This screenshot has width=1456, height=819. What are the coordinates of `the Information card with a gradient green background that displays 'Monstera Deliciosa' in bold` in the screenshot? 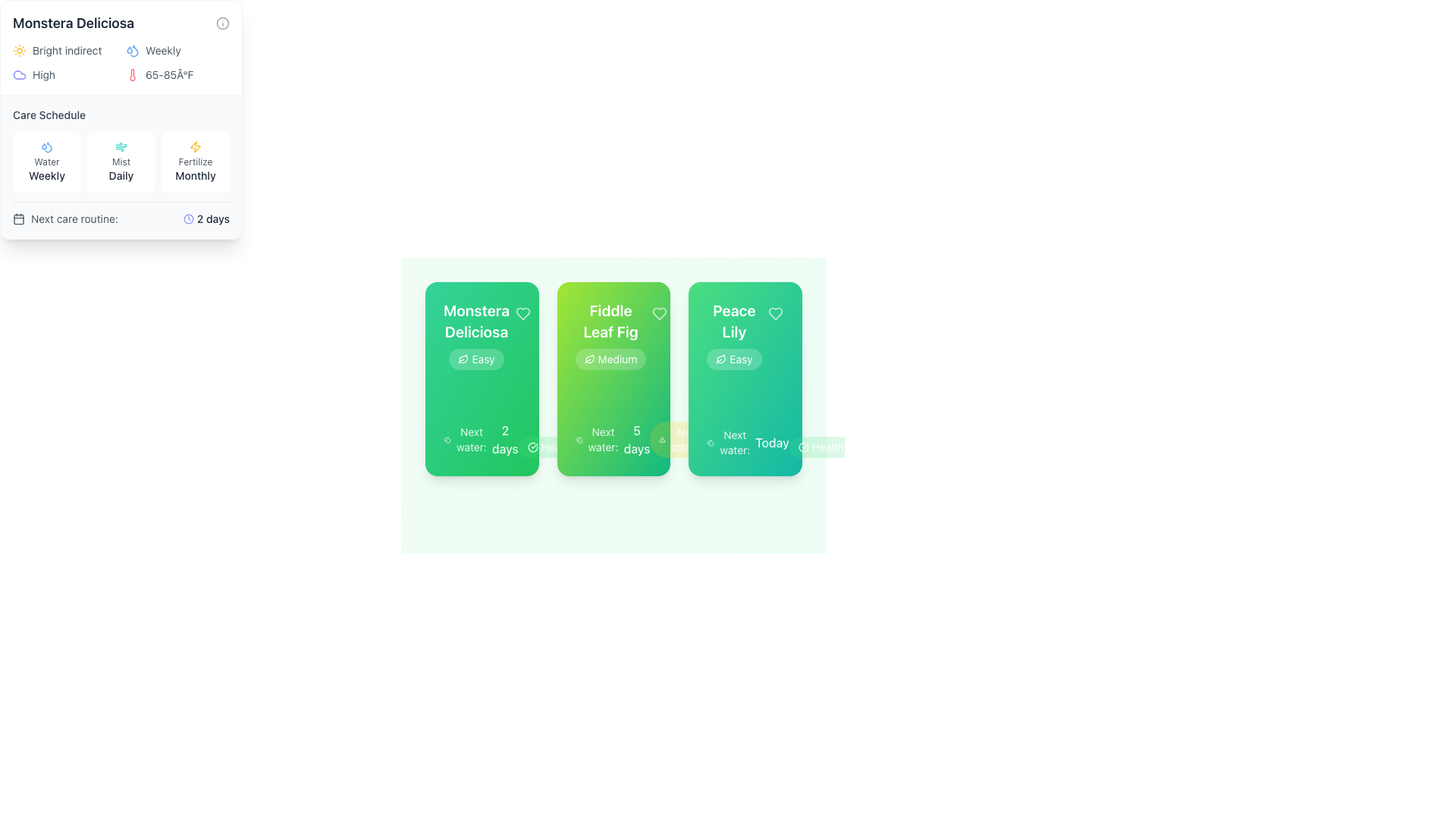 It's located at (481, 378).